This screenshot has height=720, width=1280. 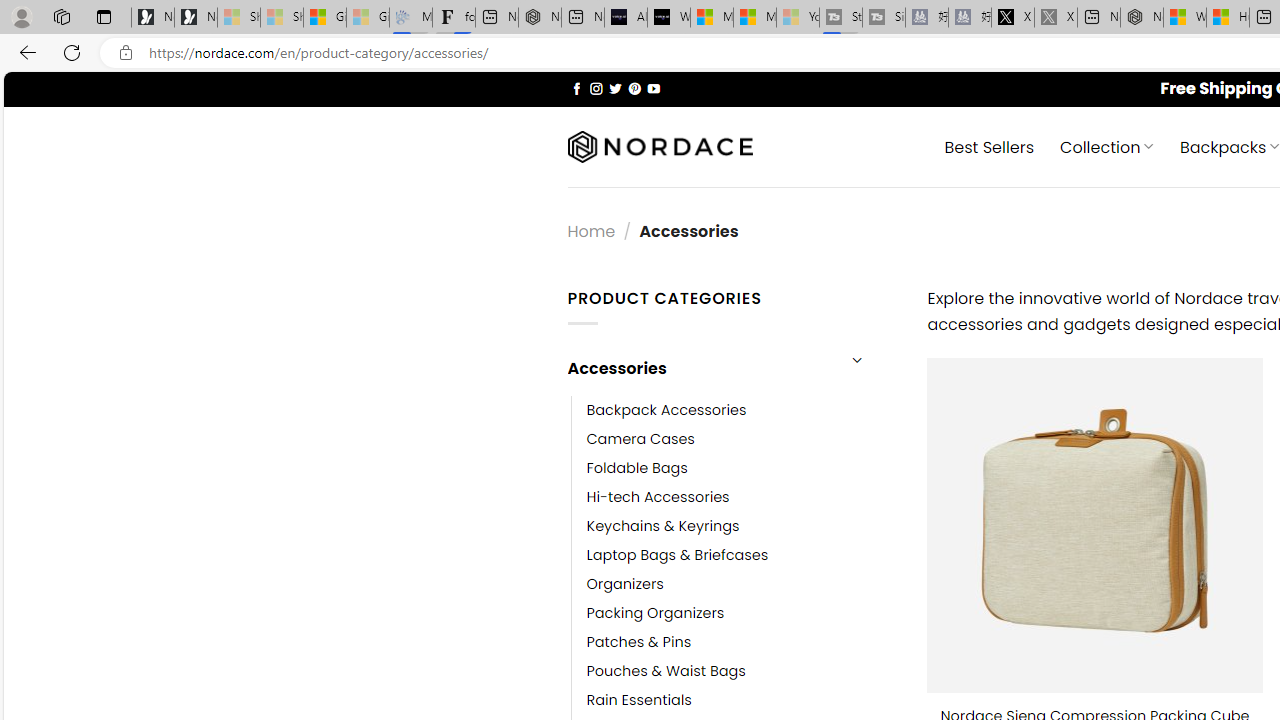 What do you see at coordinates (633, 87) in the screenshot?
I see `'Follow on Pinterest'` at bounding box center [633, 87].